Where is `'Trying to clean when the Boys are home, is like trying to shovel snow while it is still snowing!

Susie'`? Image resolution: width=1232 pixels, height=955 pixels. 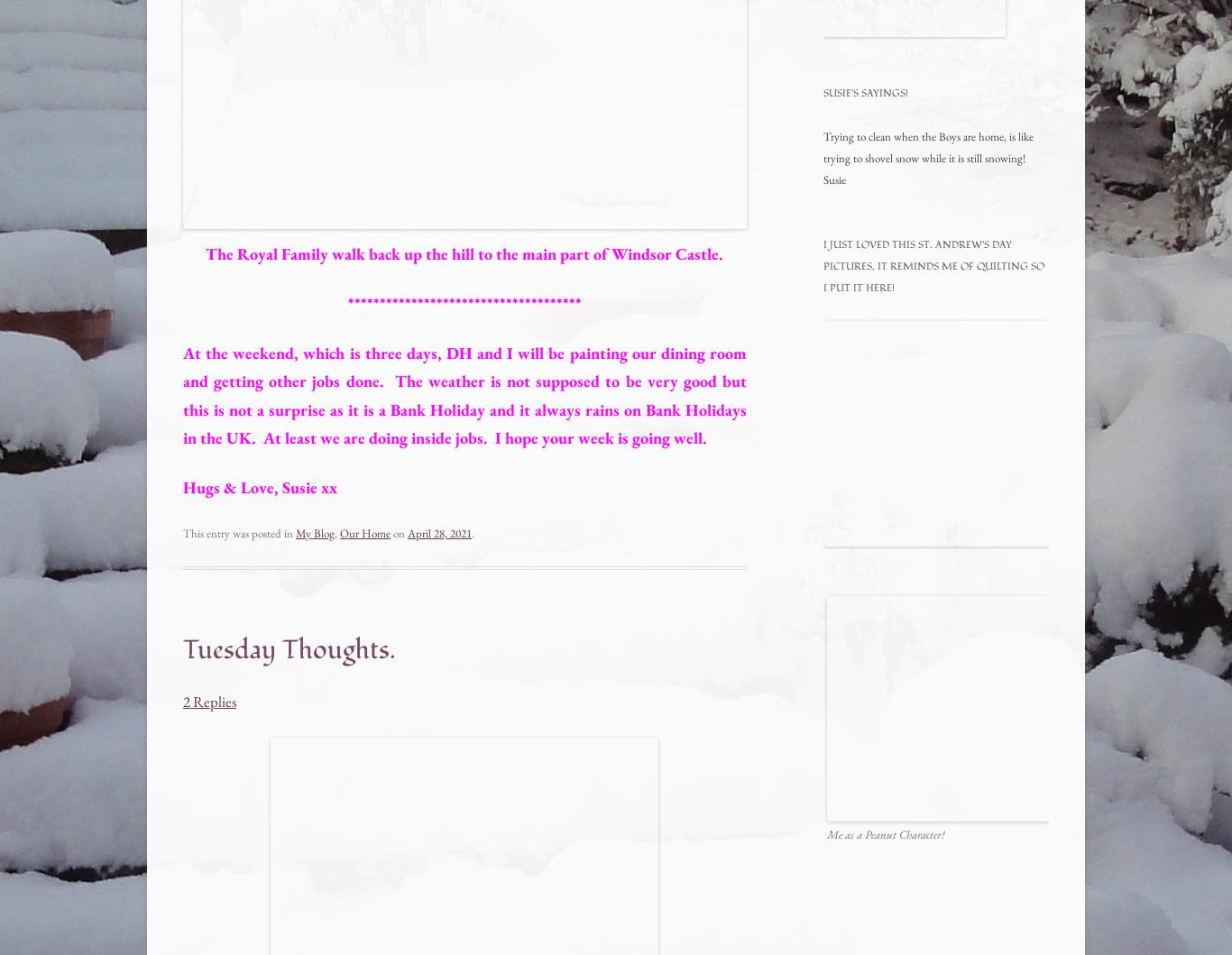
'Trying to clean when the Boys are home, is like trying to shovel snow while it is still snowing!

Susie' is located at coordinates (927, 156).